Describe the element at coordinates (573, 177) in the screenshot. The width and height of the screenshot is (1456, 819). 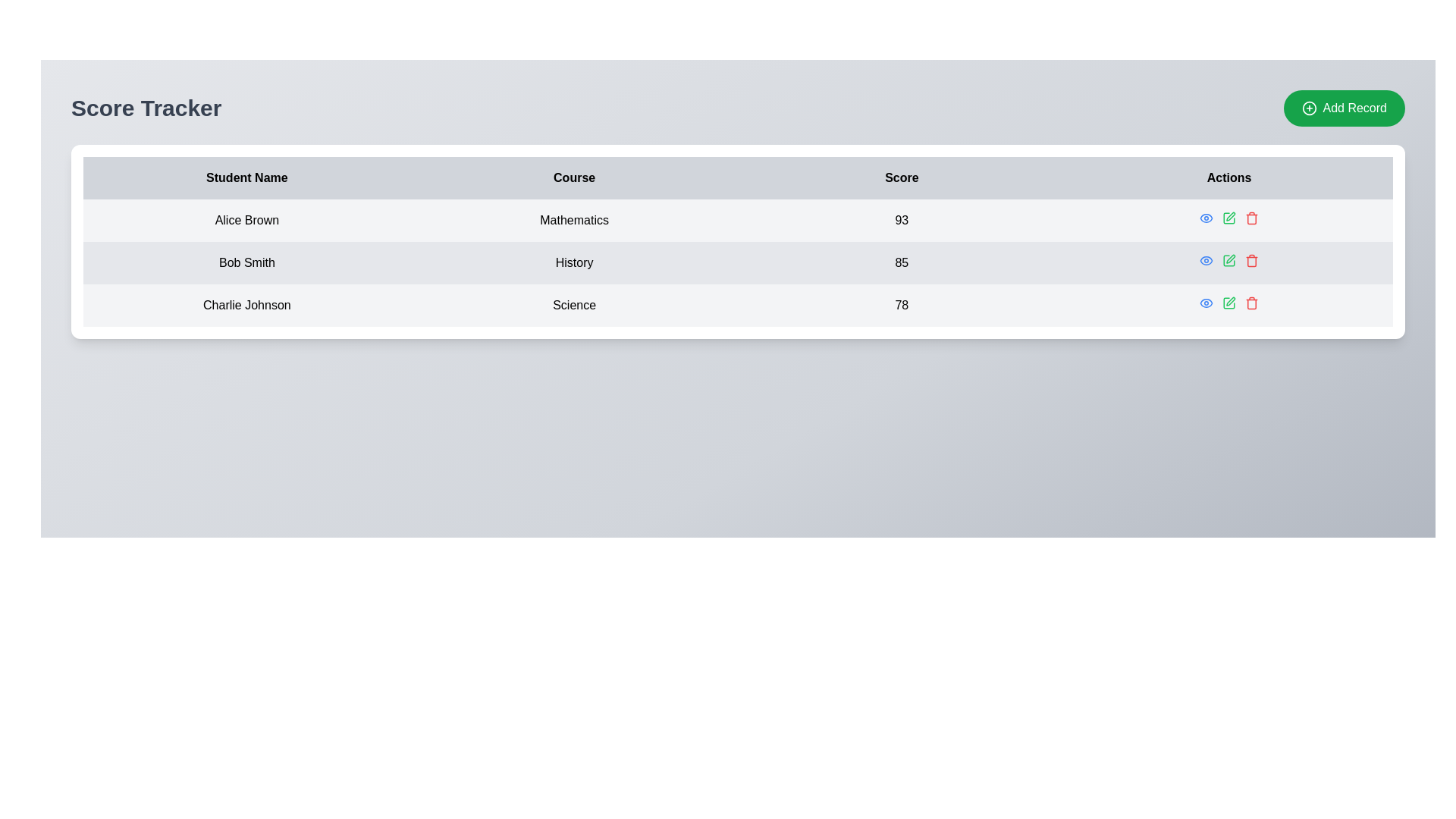
I see `text of the Table Header Cell displaying 'Course', which is centrally aligned in the header row between 'Student Name' and 'Score'` at that location.